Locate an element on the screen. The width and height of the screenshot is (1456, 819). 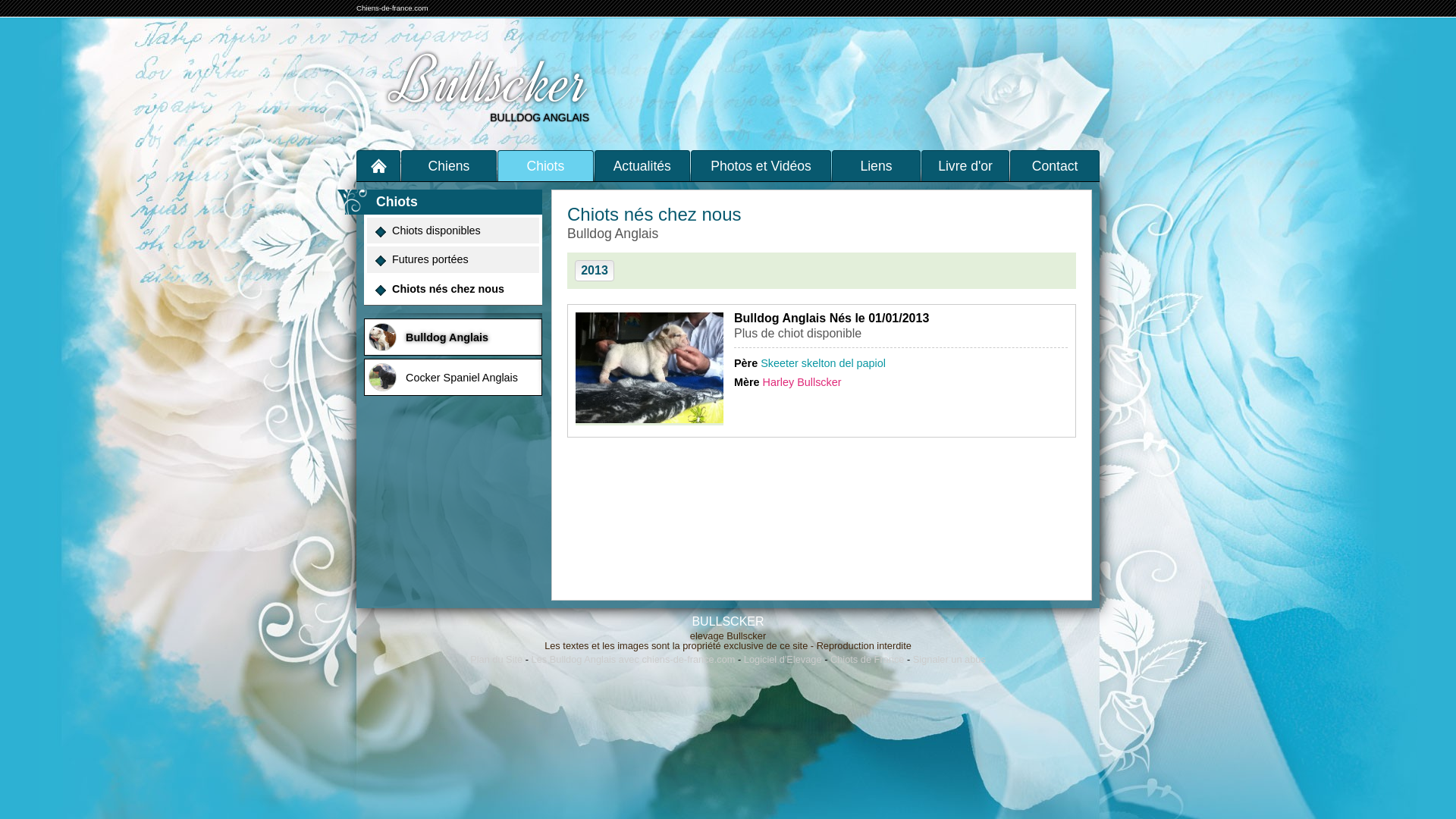
'BULLSCKER' is located at coordinates (726, 621).